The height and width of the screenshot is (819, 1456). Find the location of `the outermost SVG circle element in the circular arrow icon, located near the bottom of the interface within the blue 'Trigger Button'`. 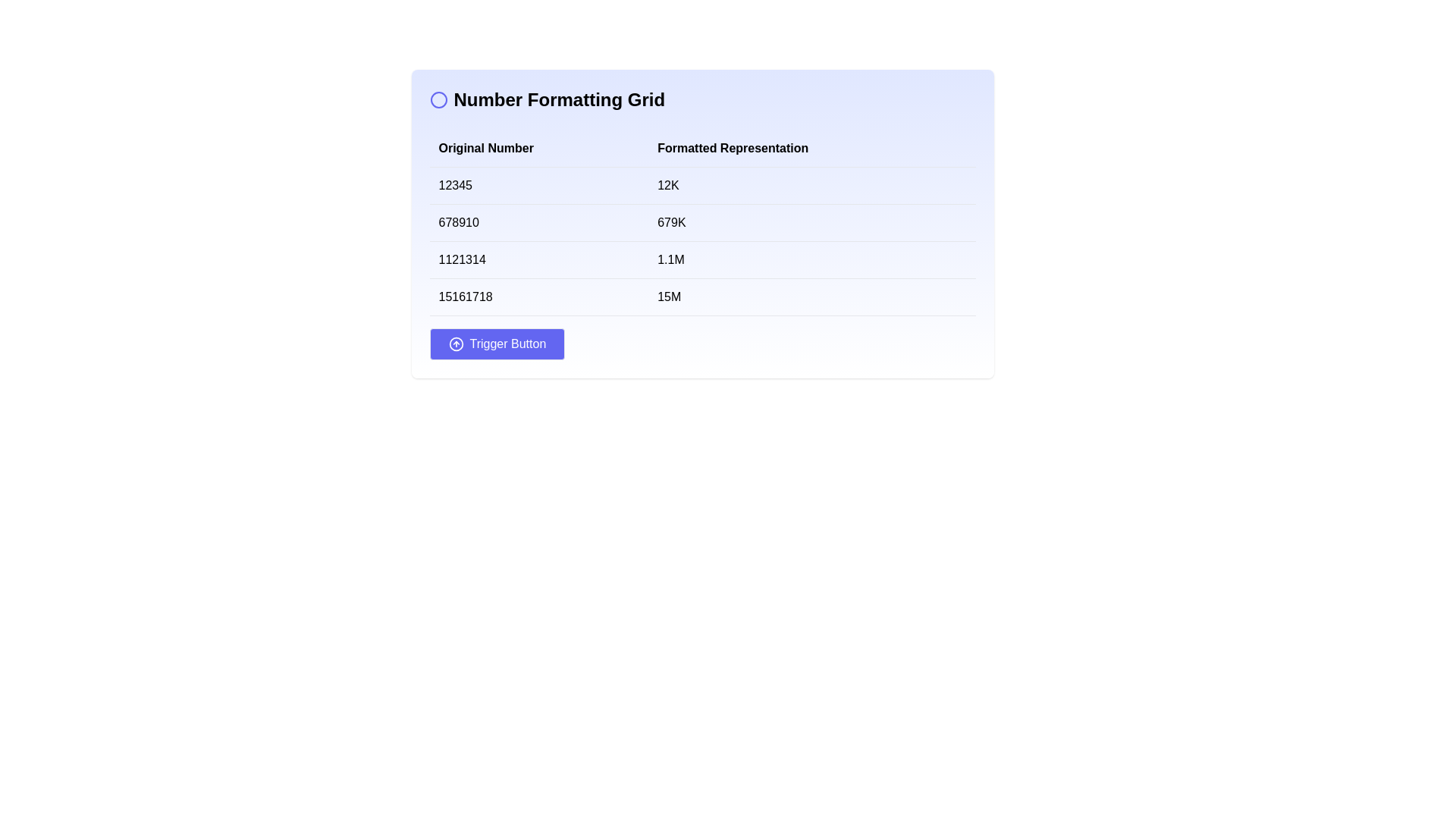

the outermost SVG circle element in the circular arrow icon, located near the bottom of the interface within the blue 'Trigger Button' is located at coordinates (455, 344).